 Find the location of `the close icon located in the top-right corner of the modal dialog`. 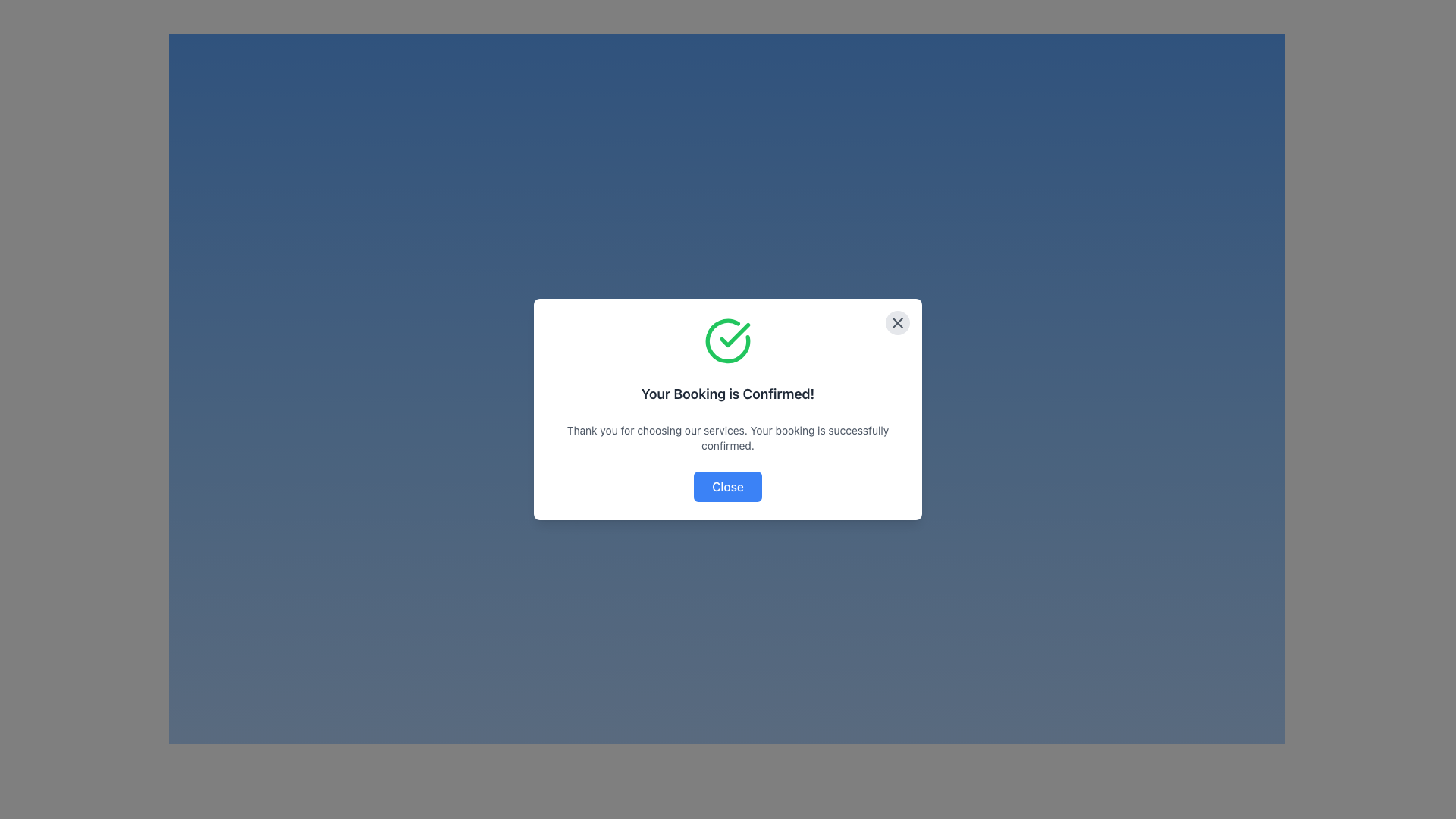

the close icon located in the top-right corner of the modal dialog is located at coordinates (898, 322).